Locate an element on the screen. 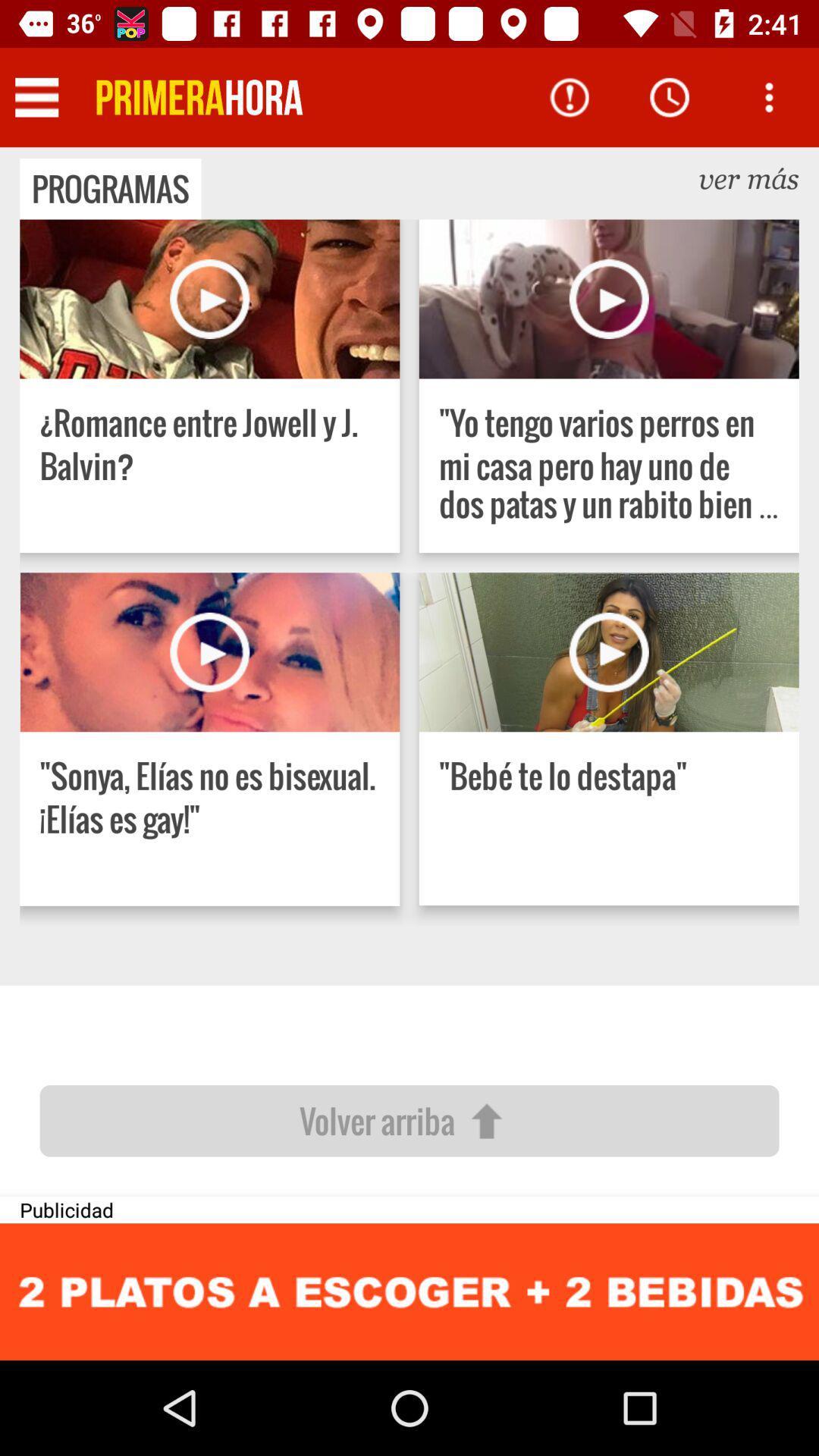 The width and height of the screenshot is (819, 1456). expand options is located at coordinates (769, 96).